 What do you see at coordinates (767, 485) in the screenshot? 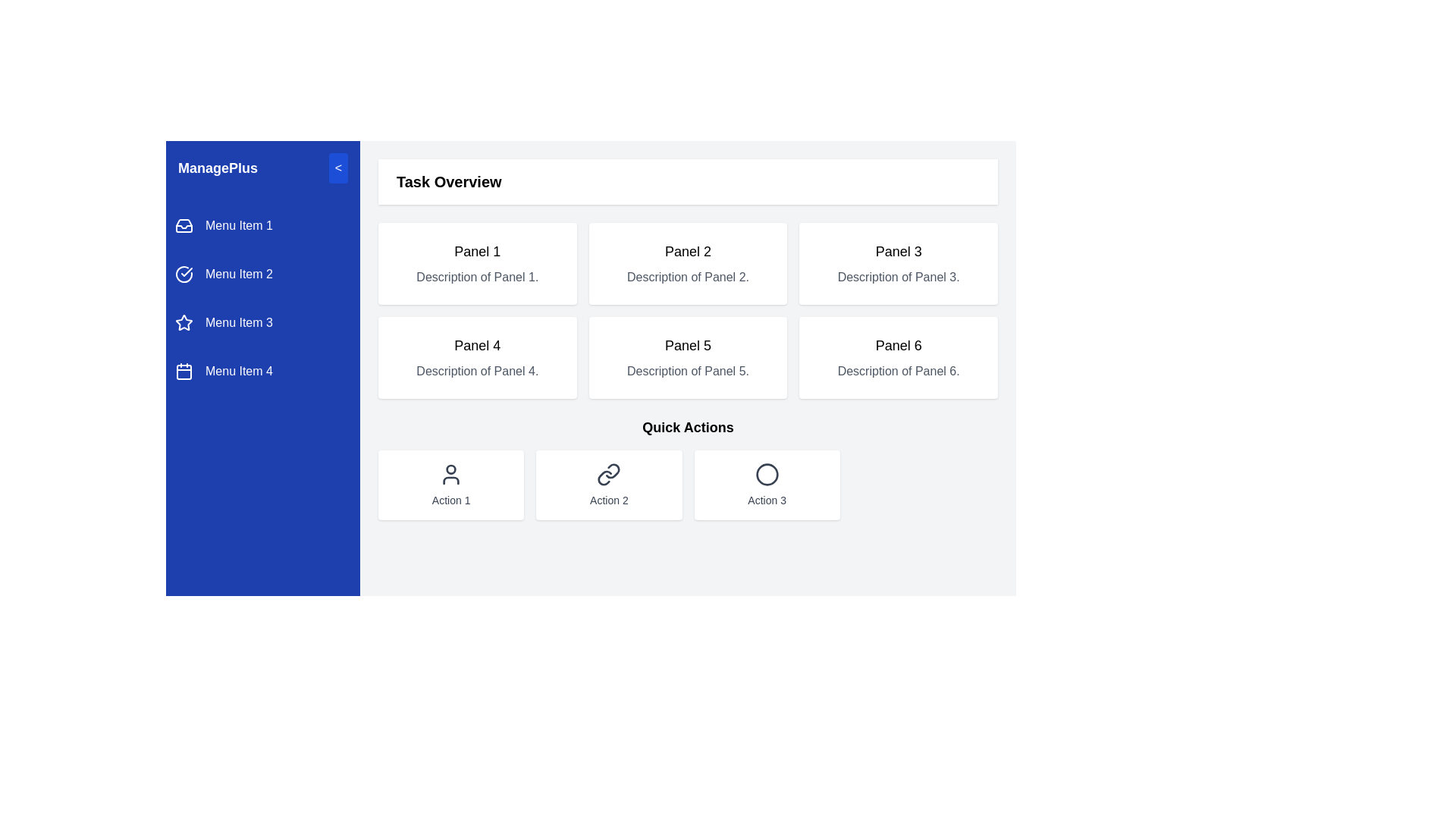
I see `the button labeled 'Action 3' located at the bottom of the 'Quick Actions' grid, specifically the third button in the row after 'Action 1' and 'Action 2'` at bounding box center [767, 485].